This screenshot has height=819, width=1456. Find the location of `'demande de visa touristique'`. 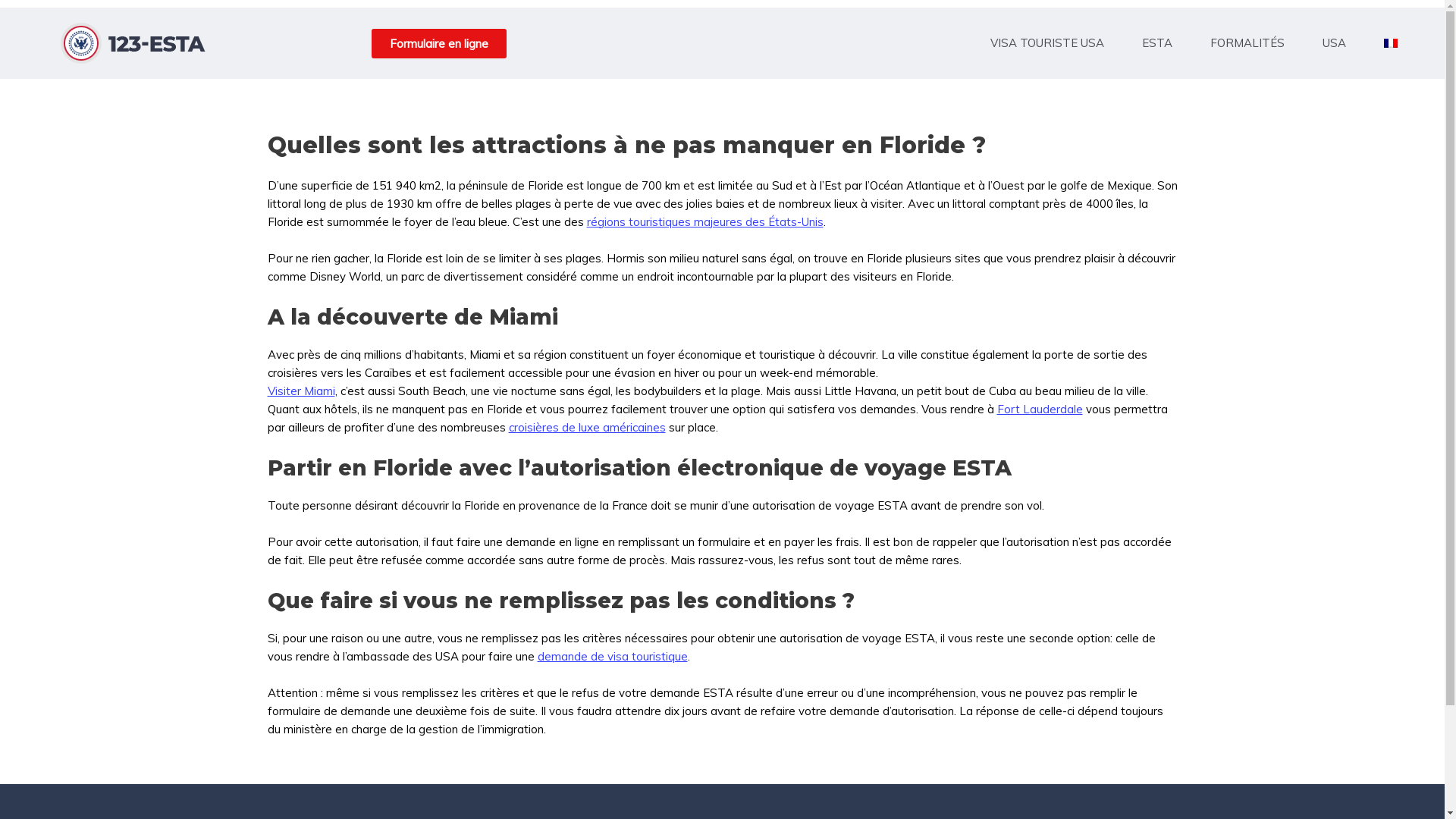

'demande de visa touristique' is located at coordinates (611, 655).